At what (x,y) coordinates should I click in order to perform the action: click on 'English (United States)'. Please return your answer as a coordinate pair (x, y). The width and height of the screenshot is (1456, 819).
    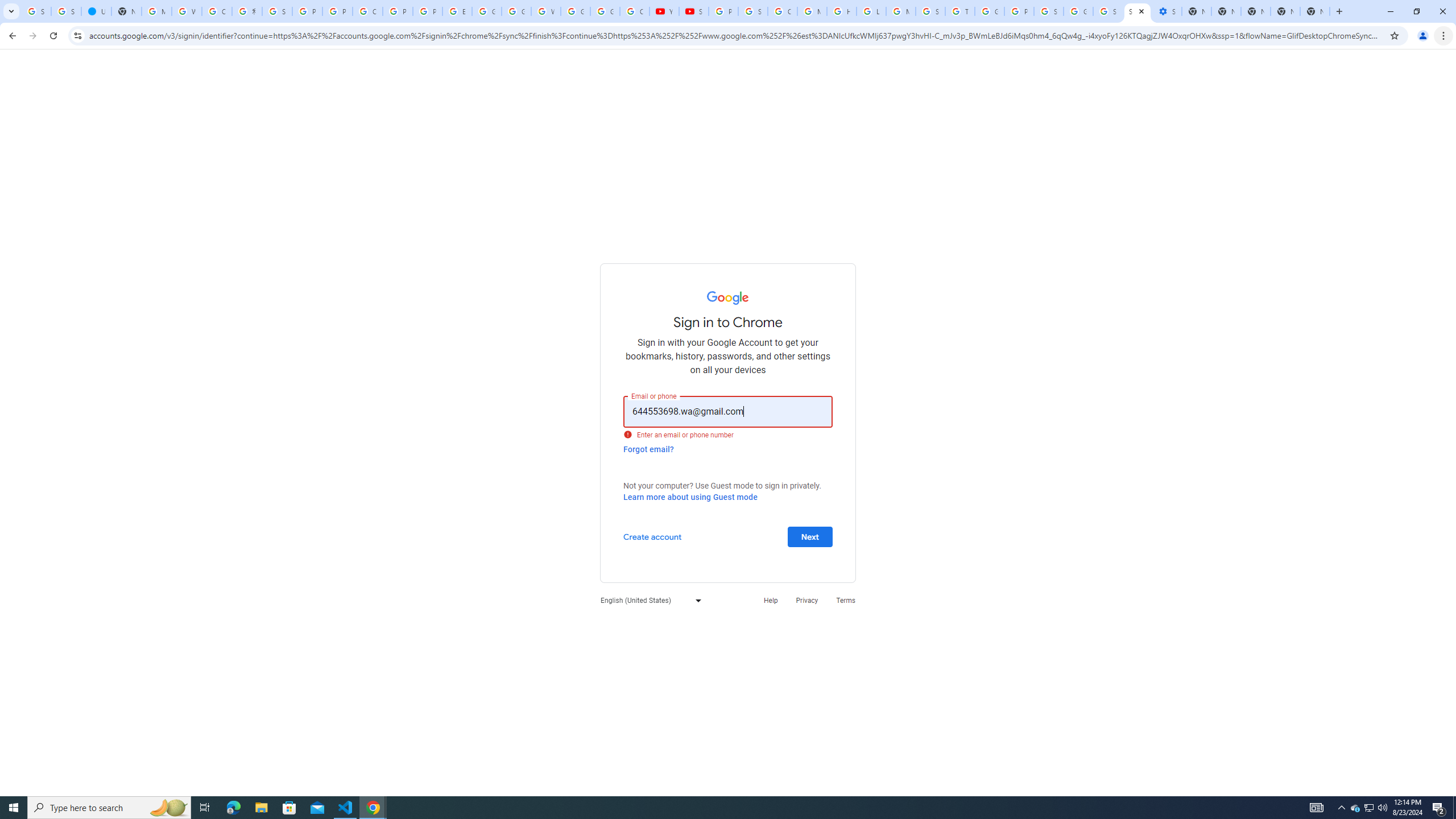
    Looking at the image, I should click on (647, 599).